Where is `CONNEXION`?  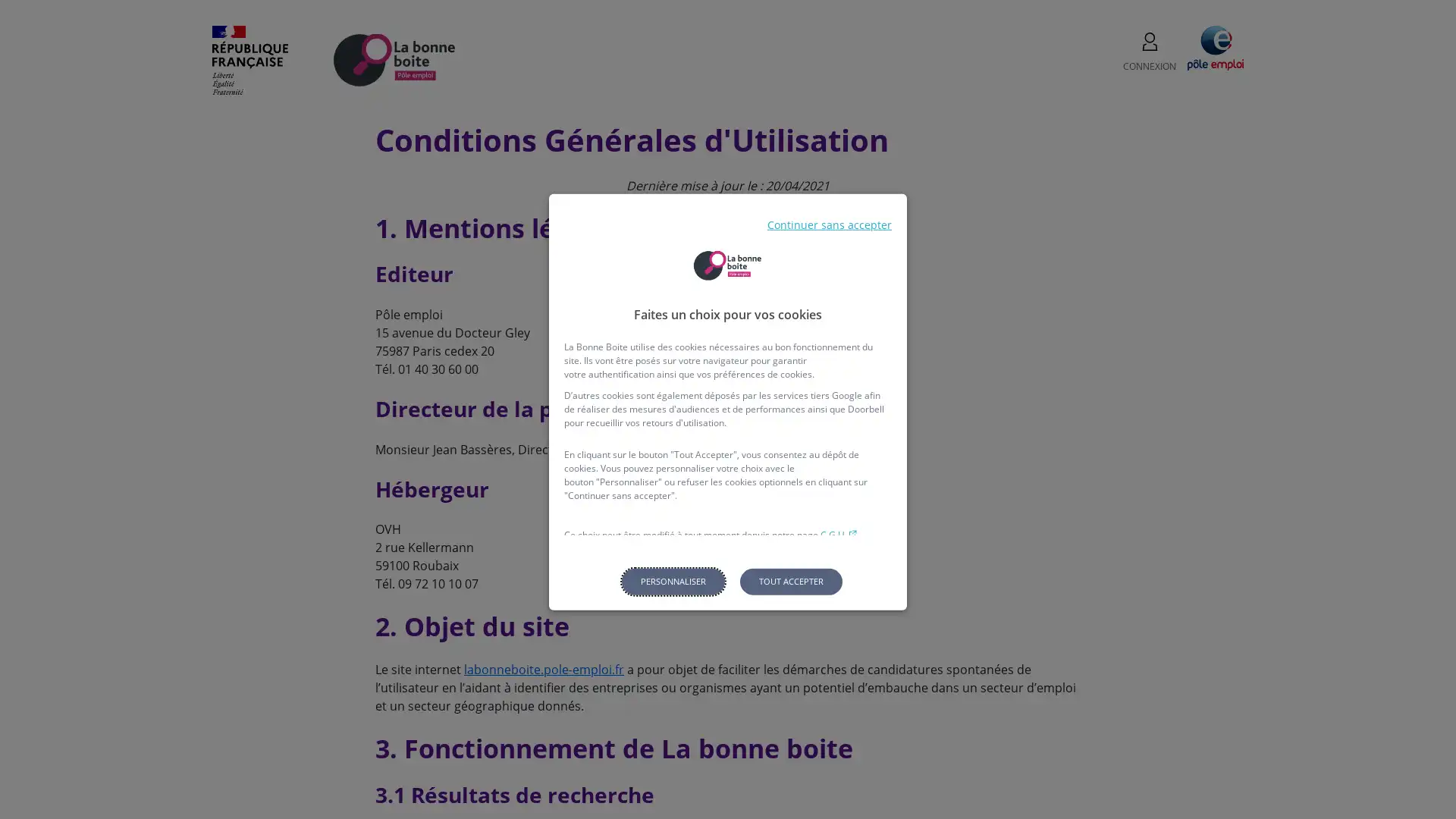
CONNEXION is located at coordinates (1150, 51).